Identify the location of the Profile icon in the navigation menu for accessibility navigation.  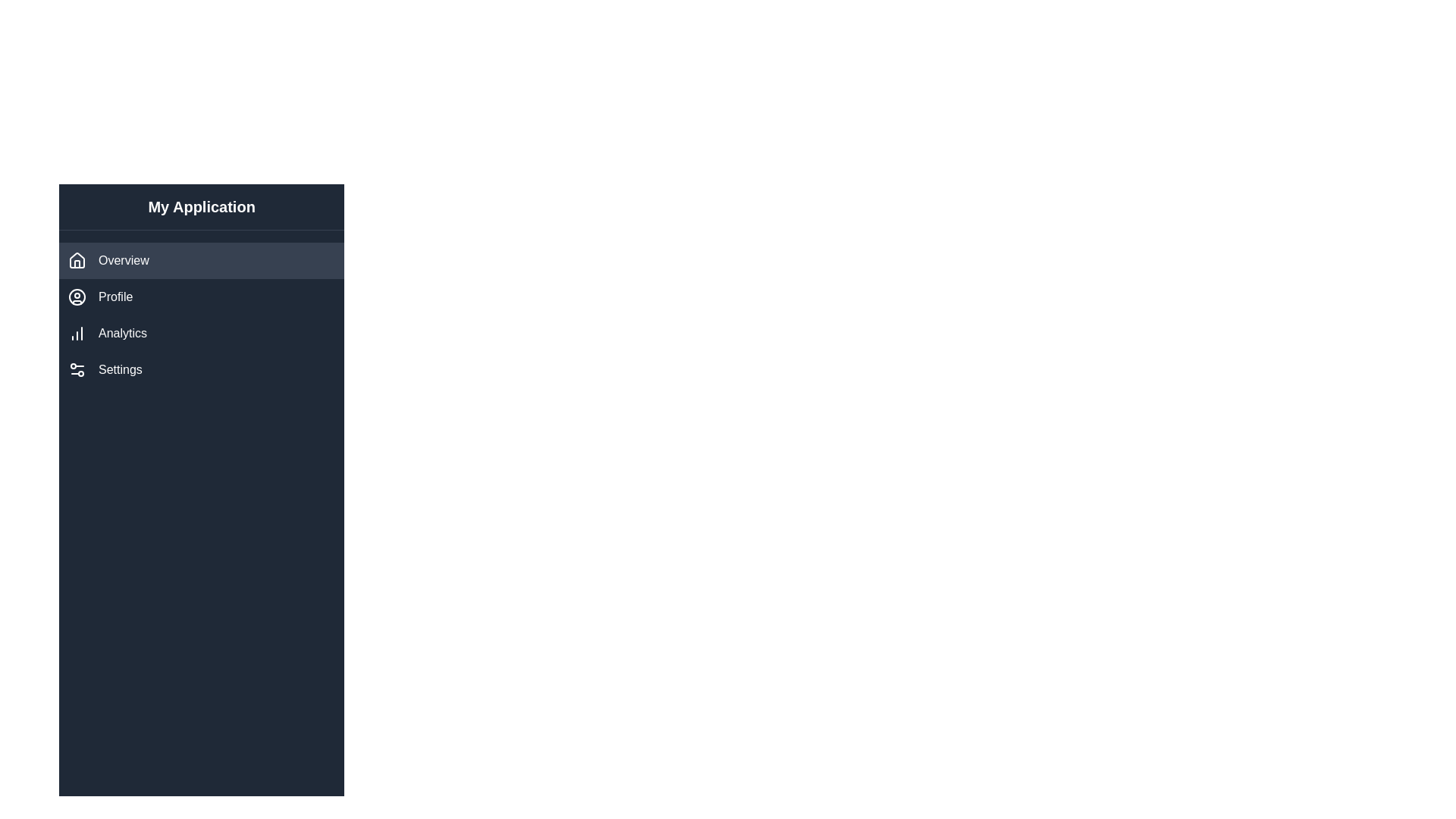
(76, 297).